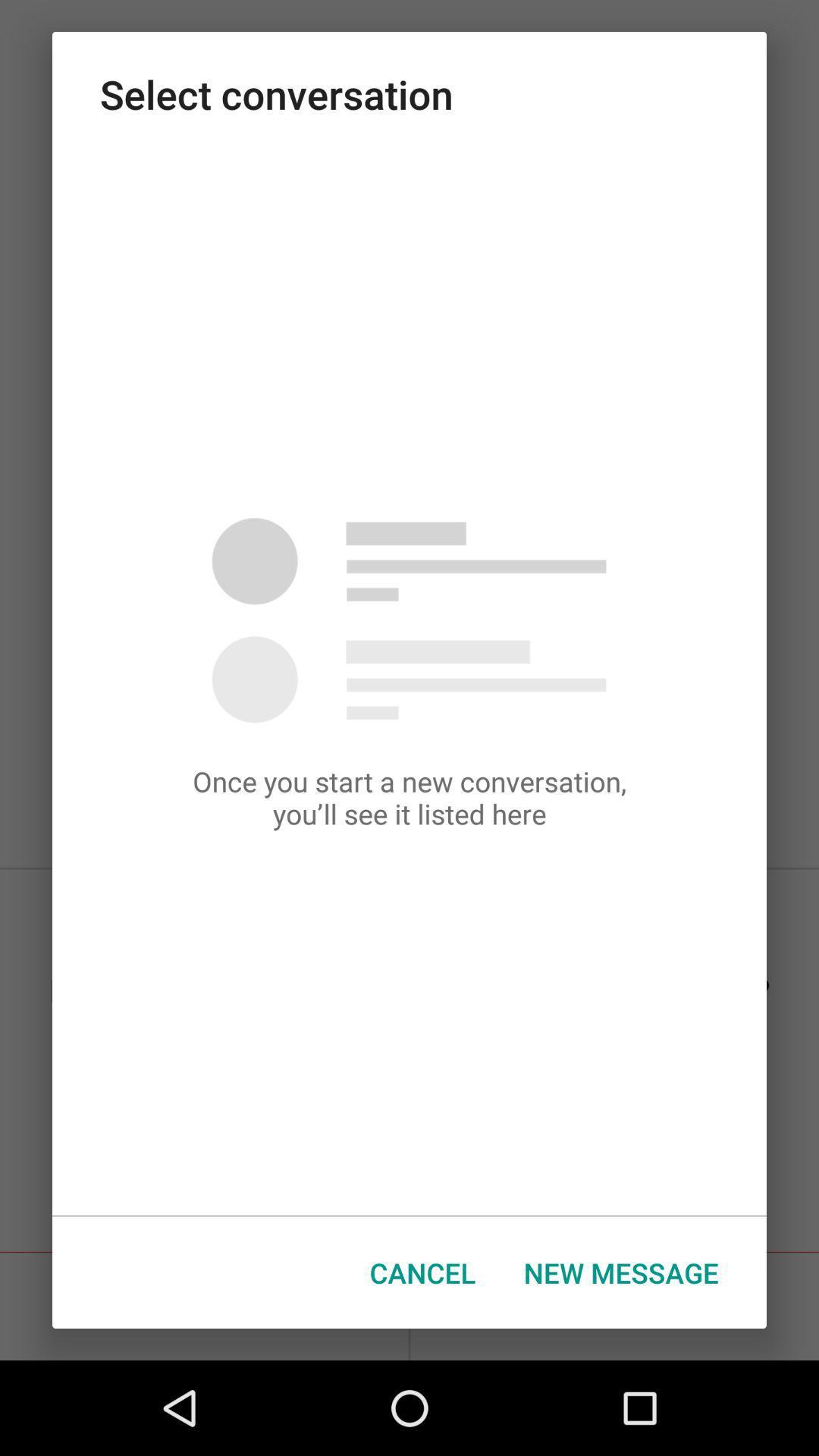 This screenshot has width=819, height=1456. Describe the element at coordinates (422, 1272) in the screenshot. I see `item next to the new message item` at that location.